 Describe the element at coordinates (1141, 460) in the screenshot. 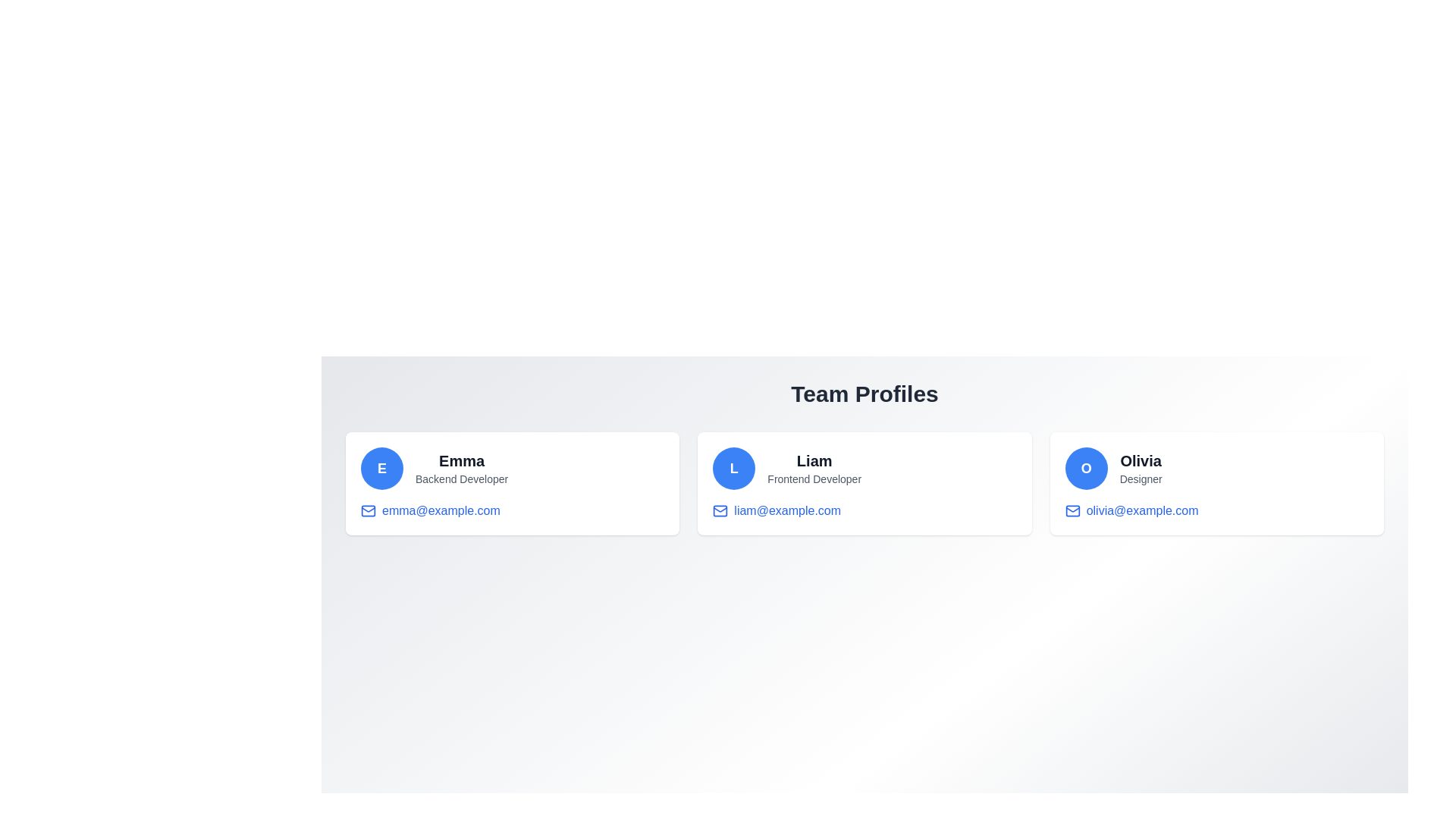

I see `the 'Olivia' text label in the third card of the 'Team Profiles' section to interact with the profile identifier` at that location.